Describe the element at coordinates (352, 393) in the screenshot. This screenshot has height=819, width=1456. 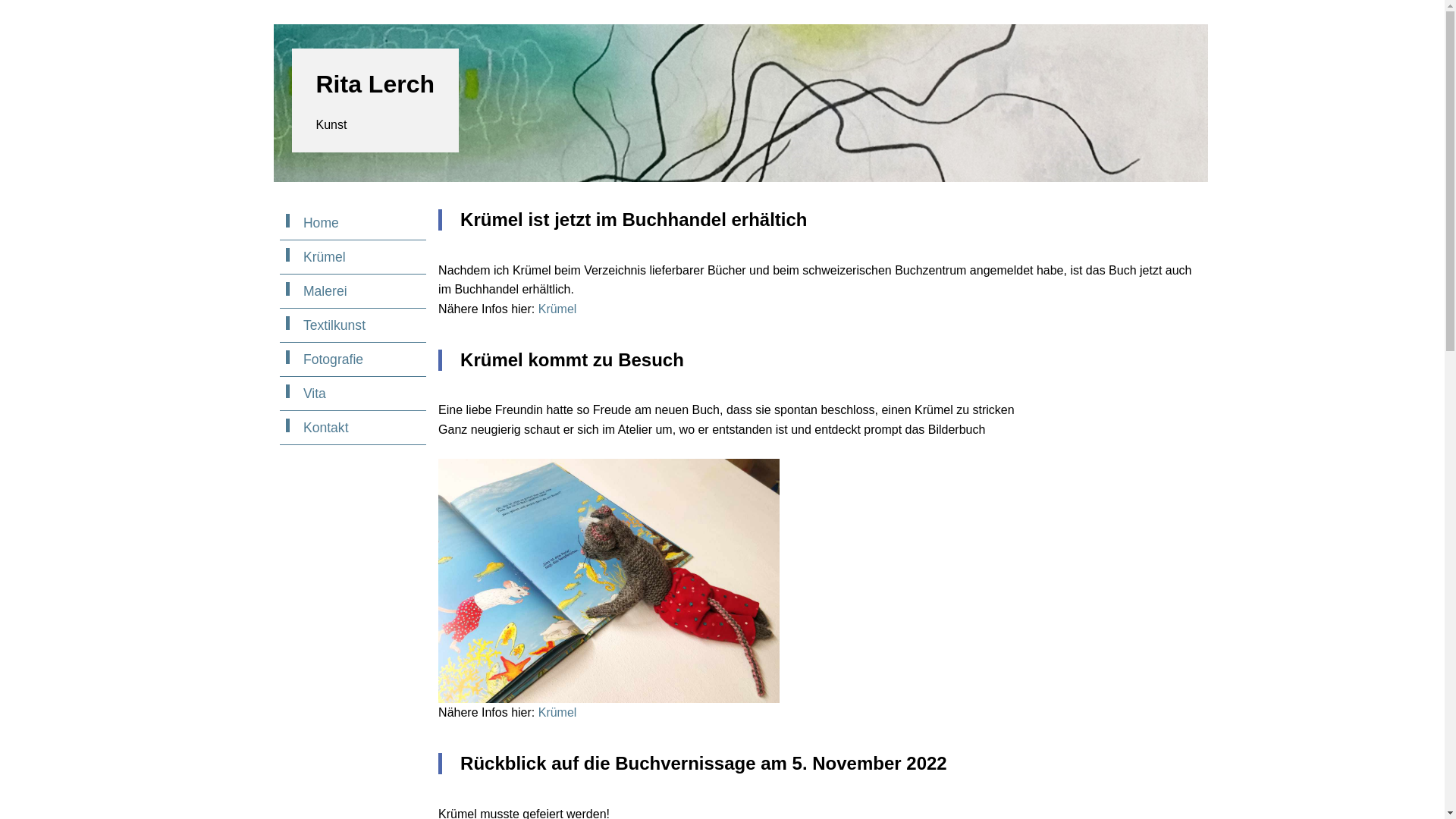
I see `'Vita'` at that location.